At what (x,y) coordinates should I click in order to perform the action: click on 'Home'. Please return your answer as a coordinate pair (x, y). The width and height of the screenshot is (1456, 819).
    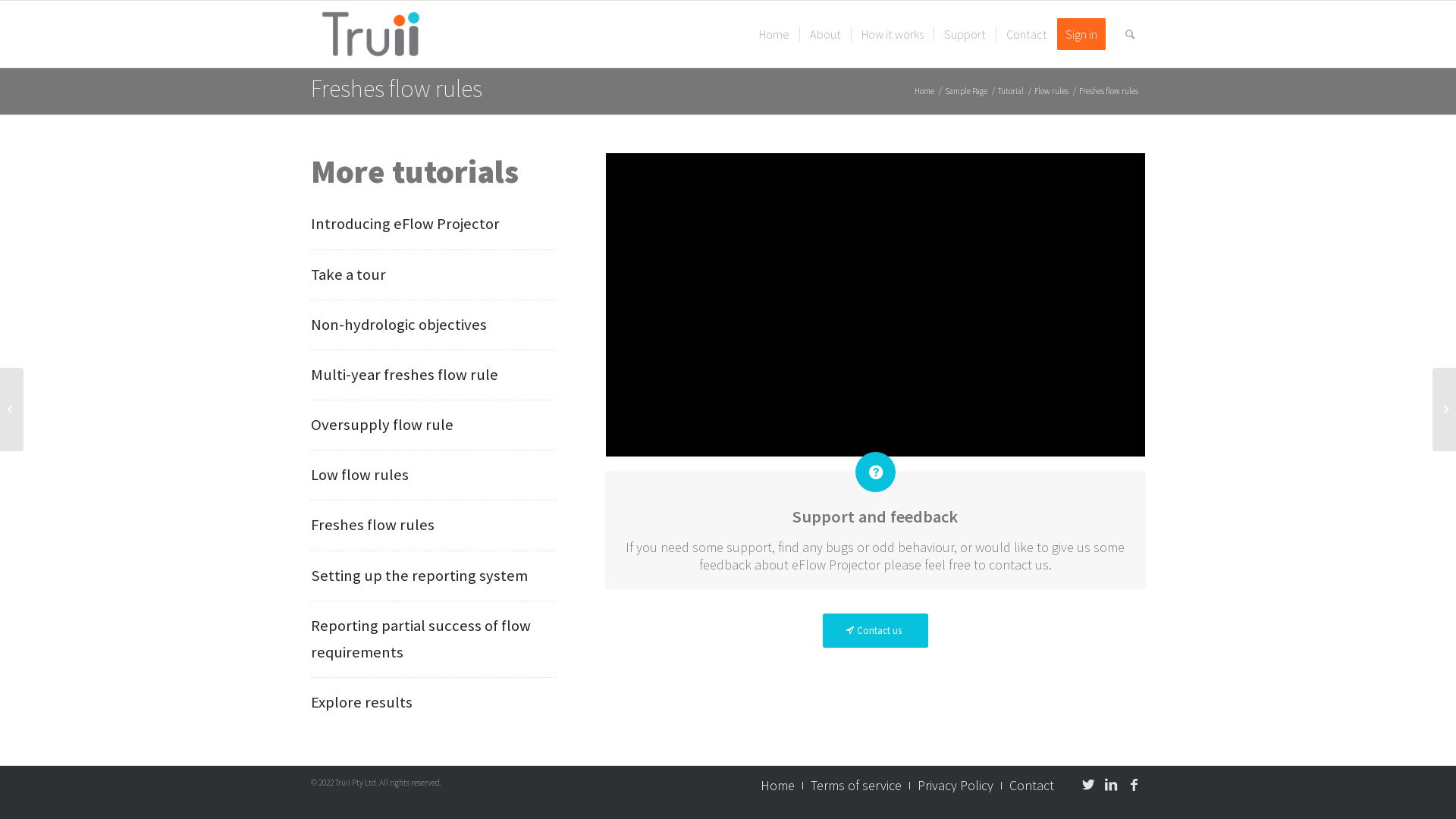
    Looking at the image, I should click on (774, 34).